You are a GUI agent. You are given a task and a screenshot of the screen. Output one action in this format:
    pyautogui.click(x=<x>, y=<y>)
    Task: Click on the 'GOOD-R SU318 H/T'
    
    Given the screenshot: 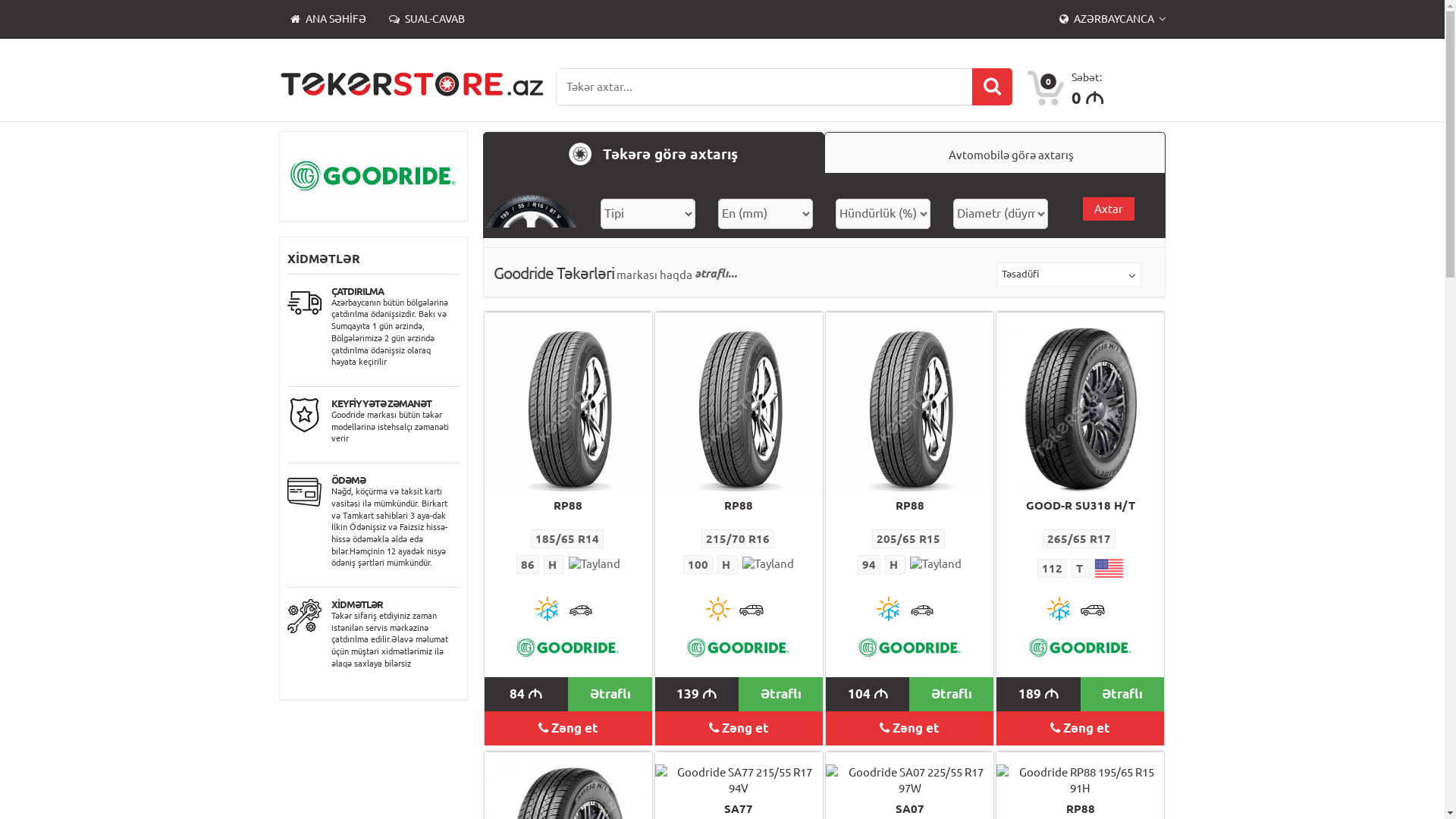 What is the action you would take?
    pyautogui.click(x=1080, y=505)
    